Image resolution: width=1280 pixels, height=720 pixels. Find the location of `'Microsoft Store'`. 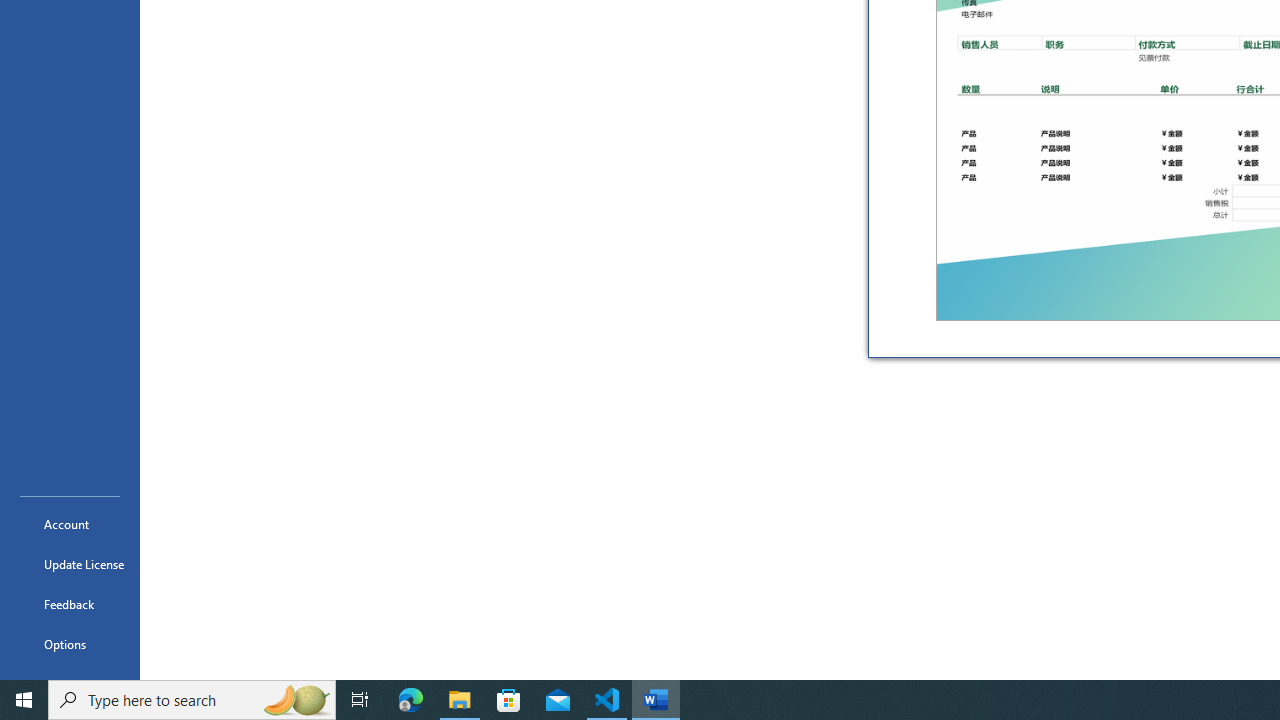

'Microsoft Store' is located at coordinates (509, 698).